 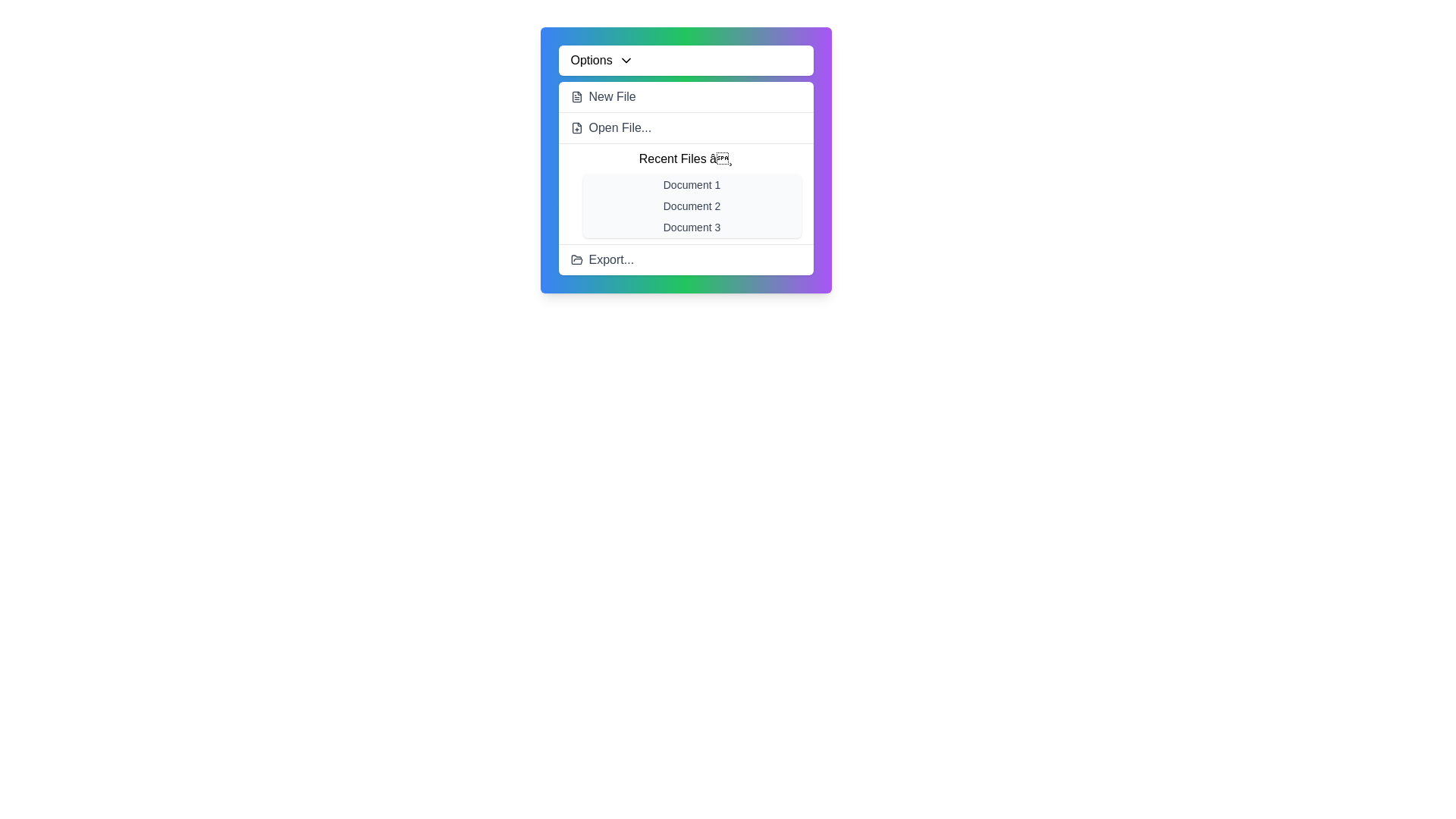 What do you see at coordinates (576, 127) in the screenshot?
I see `the document or file icon in the 'Recent Files' section, which is styled with a sheet outline and a folded corner, positioned to the left of a text label` at bounding box center [576, 127].